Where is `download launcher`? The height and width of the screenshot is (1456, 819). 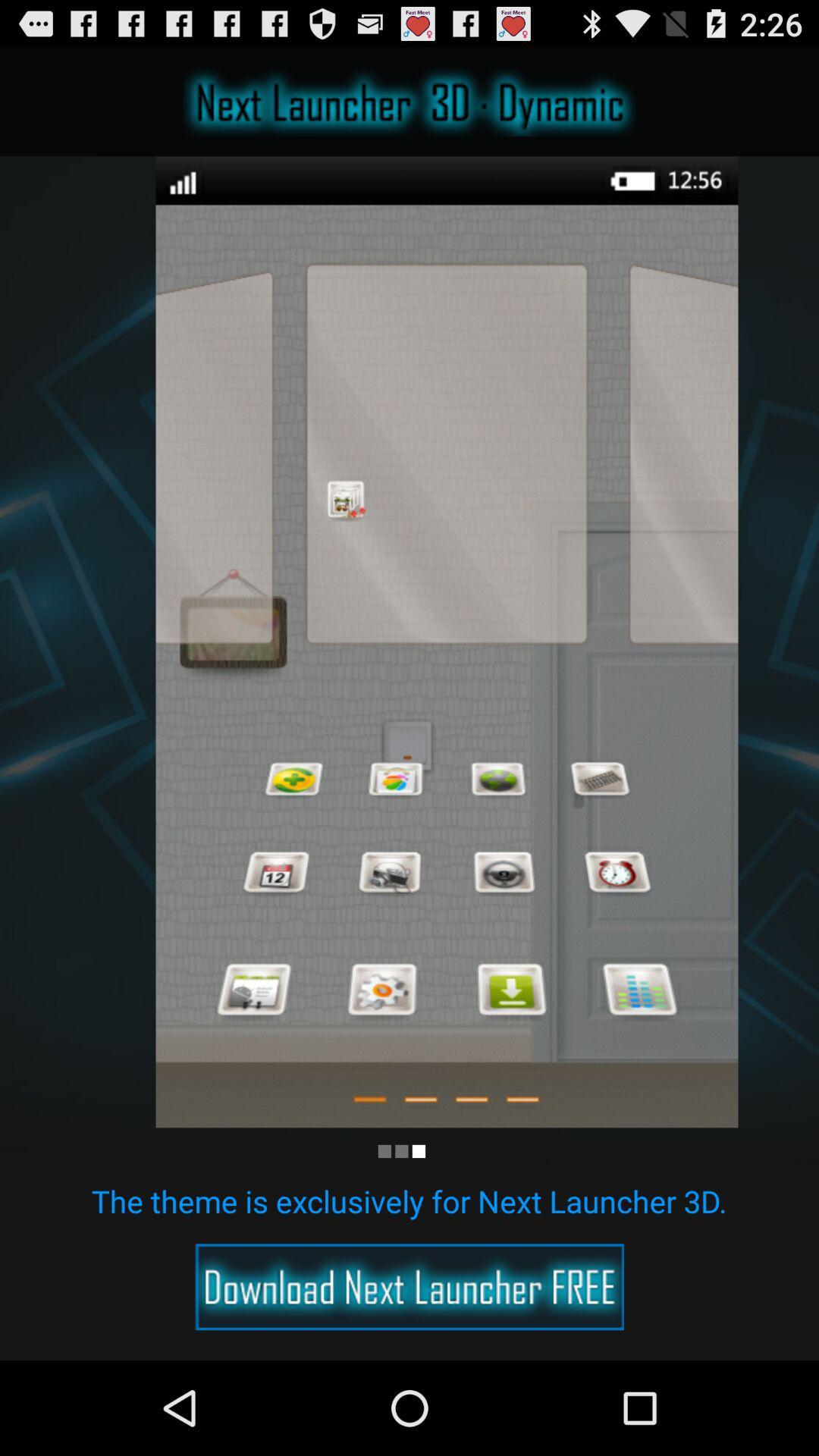 download launcher is located at coordinates (409, 1286).